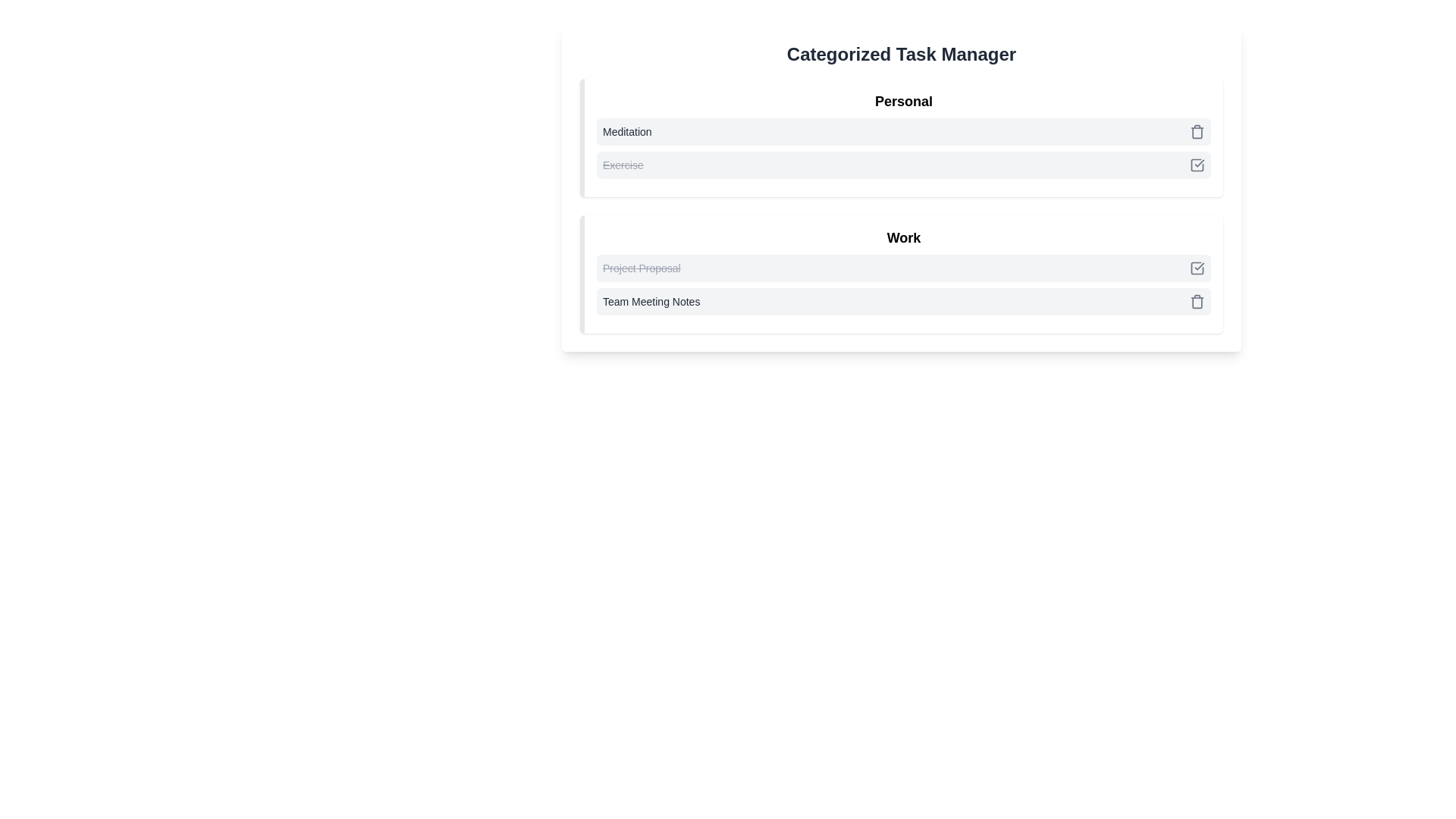 This screenshot has width=1456, height=819. I want to click on the checked Checkbox icon located in the 'Team Meeting Notes' row under the 'Work' category, so click(1197, 268).